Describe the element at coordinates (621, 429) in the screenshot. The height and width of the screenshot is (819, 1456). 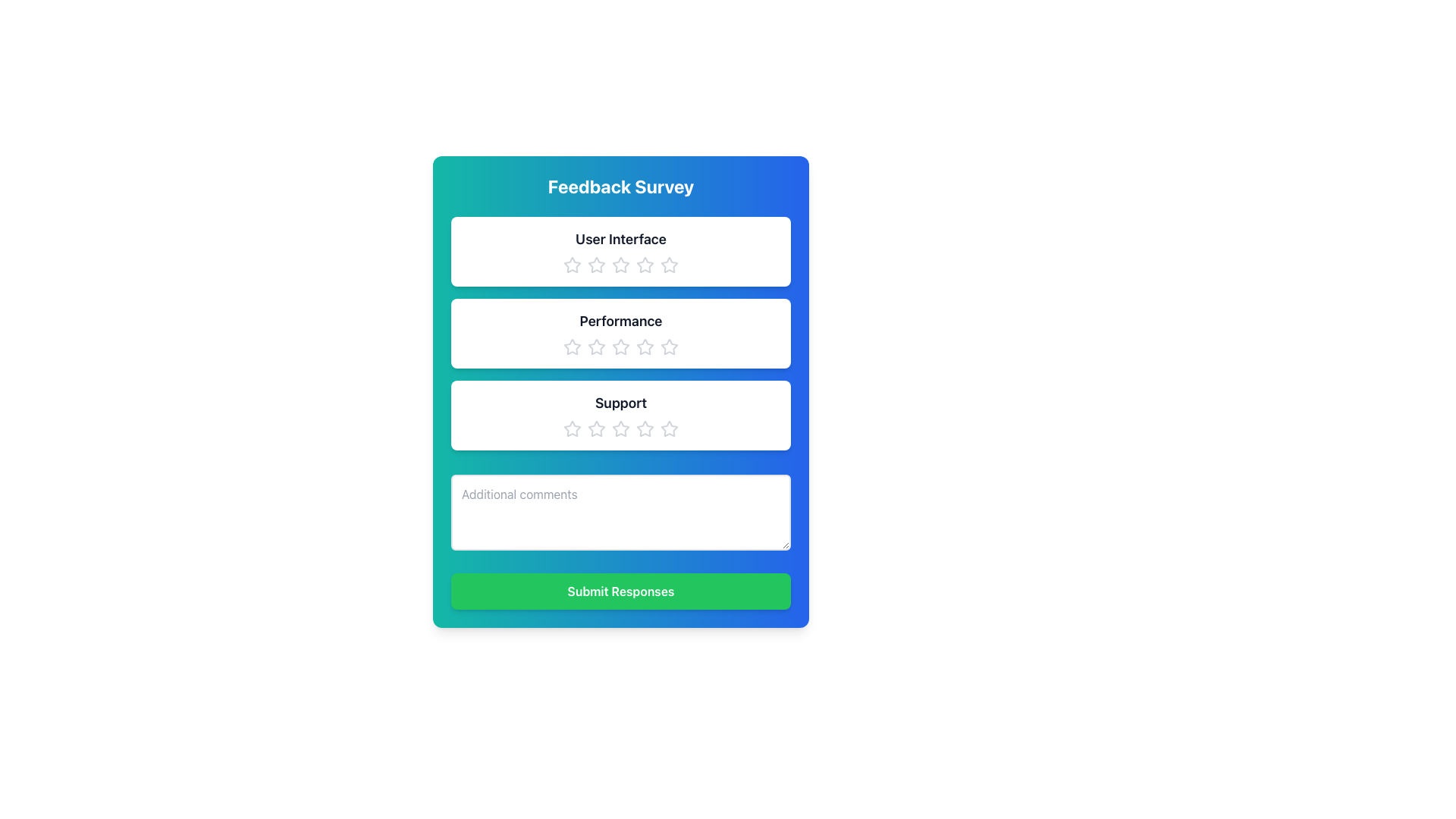
I see `the specific star in the Rating stars group for the 'Support' section of the feedback survey` at that location.